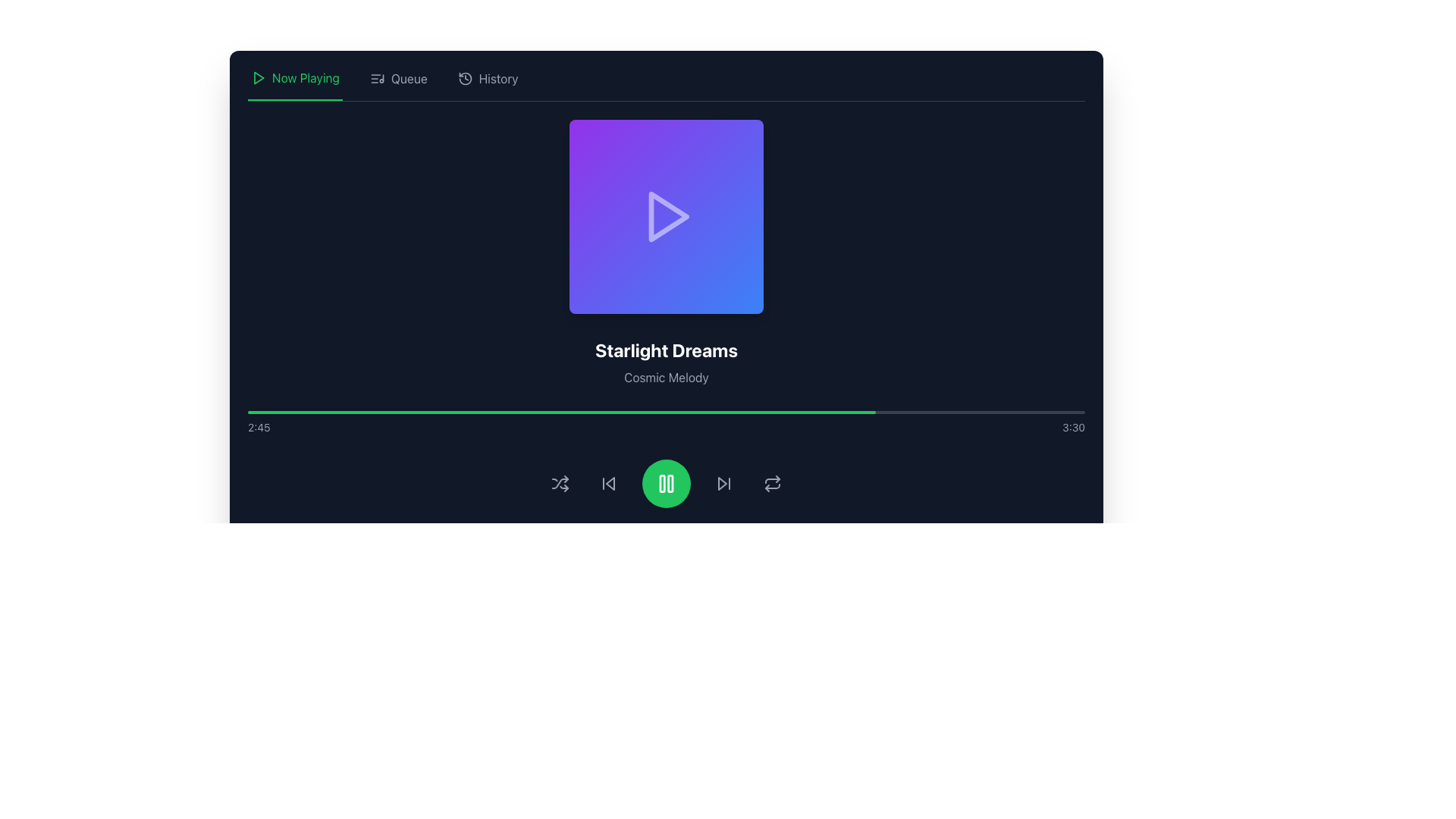  What do you see at coordinates (377, 79) in the screenshot?
I see `the music note icon located next to the 'Queue' label in the top navigation bar` at bounding box center [377, 79].